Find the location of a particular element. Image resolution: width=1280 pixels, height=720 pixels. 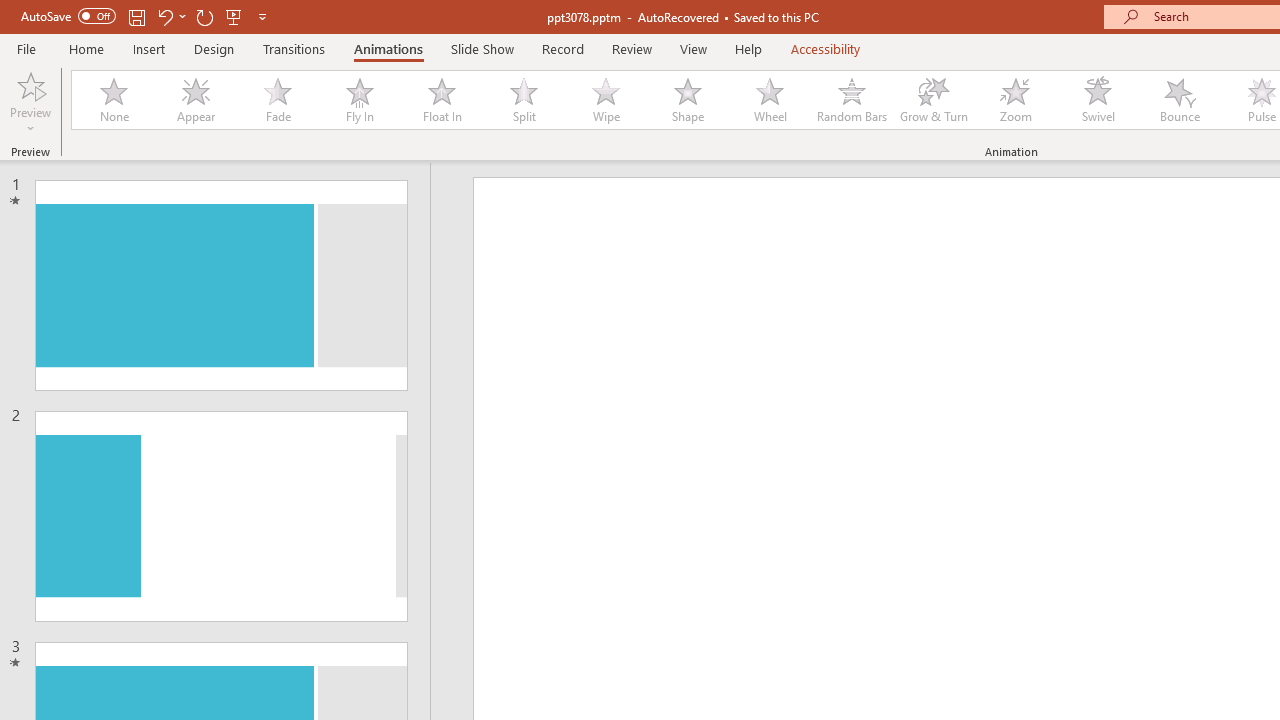

'AutoSave' is located at coordinates (68, 16).